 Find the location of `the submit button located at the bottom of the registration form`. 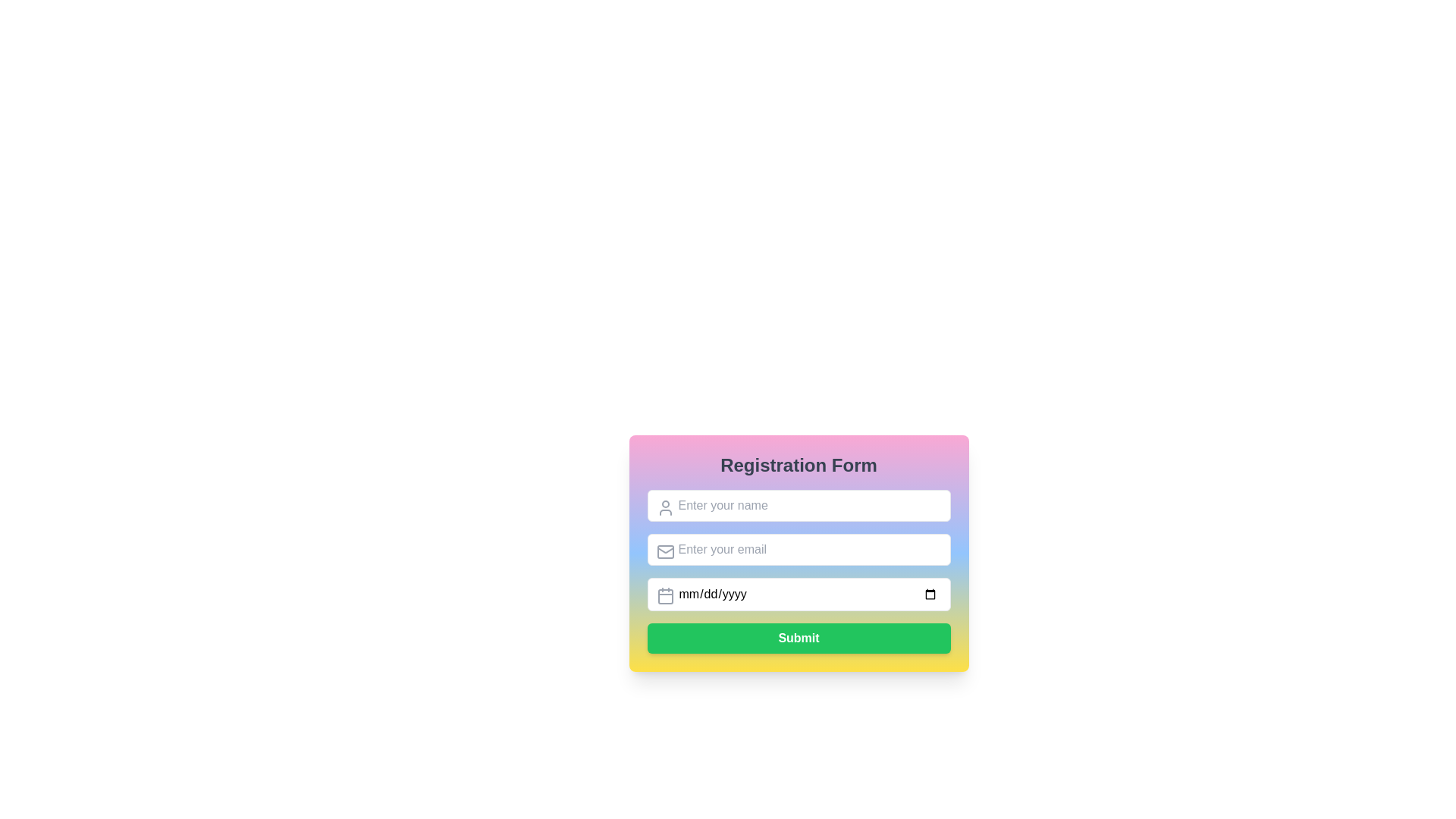

the submit button located at the bottom of the registration form is located at coordinates (798, 638).